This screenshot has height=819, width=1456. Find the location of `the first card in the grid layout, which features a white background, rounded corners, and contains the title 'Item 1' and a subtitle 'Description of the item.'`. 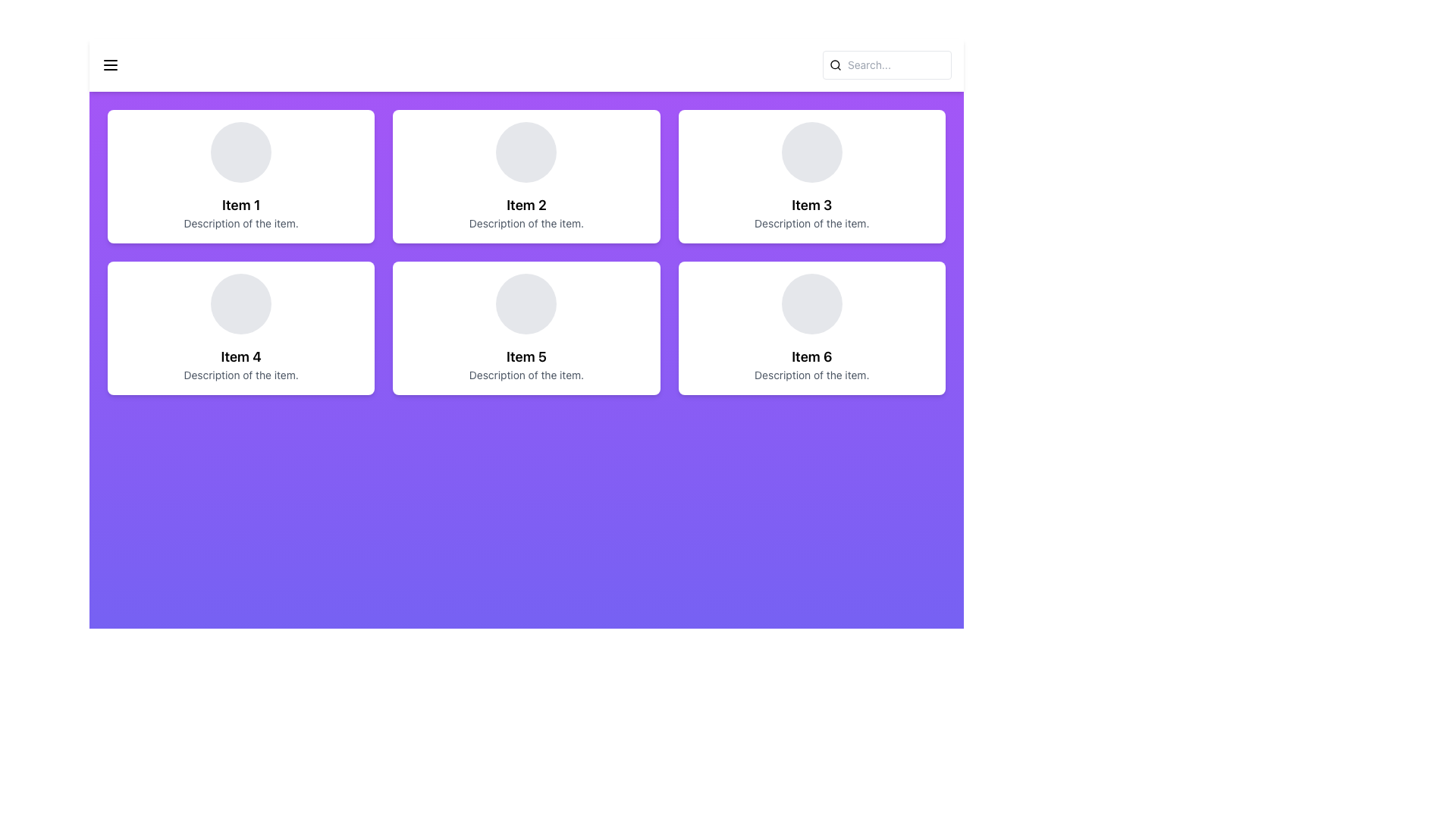

the first card in the grid layout, which features a white background, rounded corners, and contains the title 'Item 1' and a subtitle 'Description of the item.' is located at coordinates (240, 175).